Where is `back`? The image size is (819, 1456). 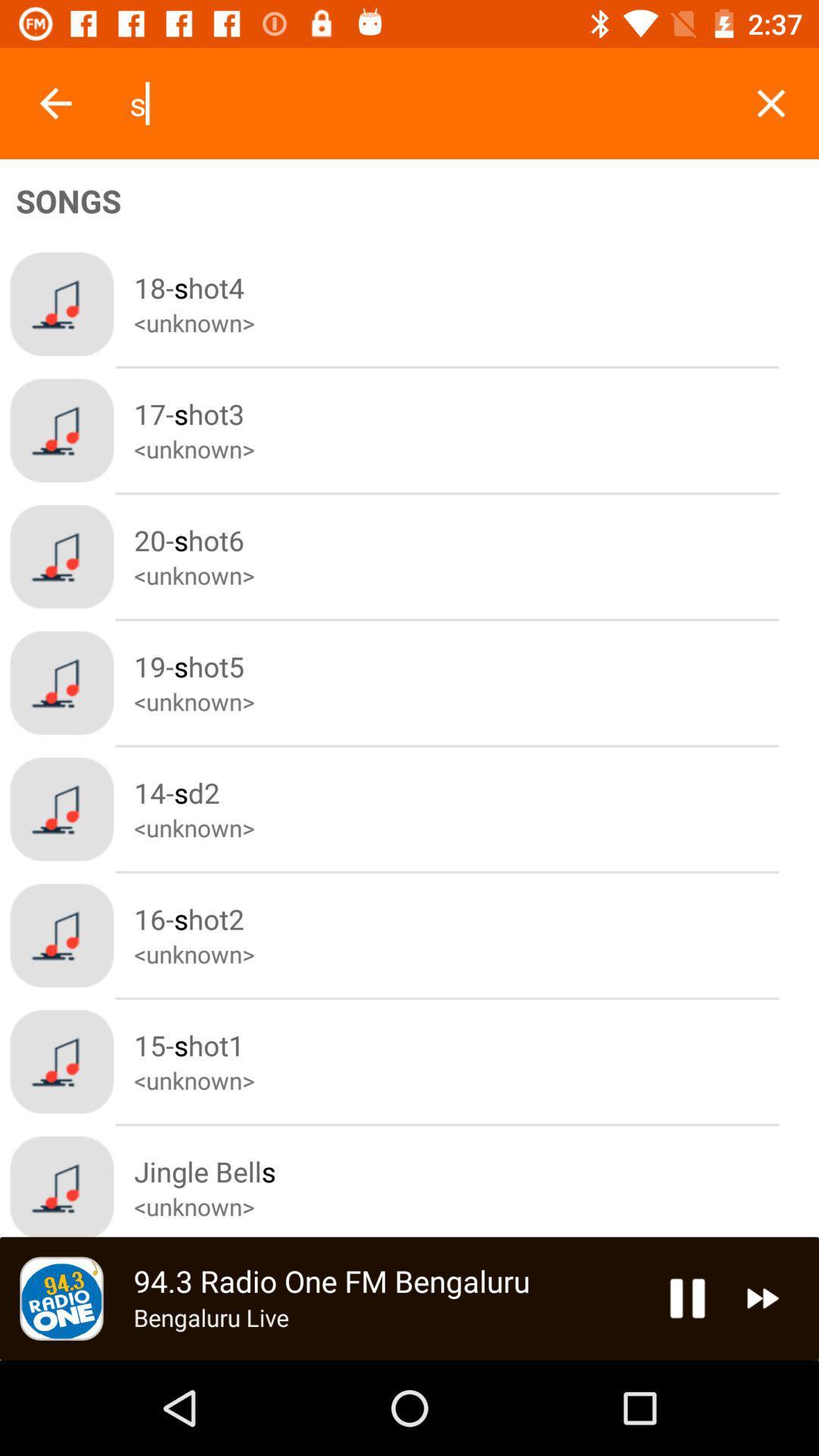 back is located at coordinates (55, 102).